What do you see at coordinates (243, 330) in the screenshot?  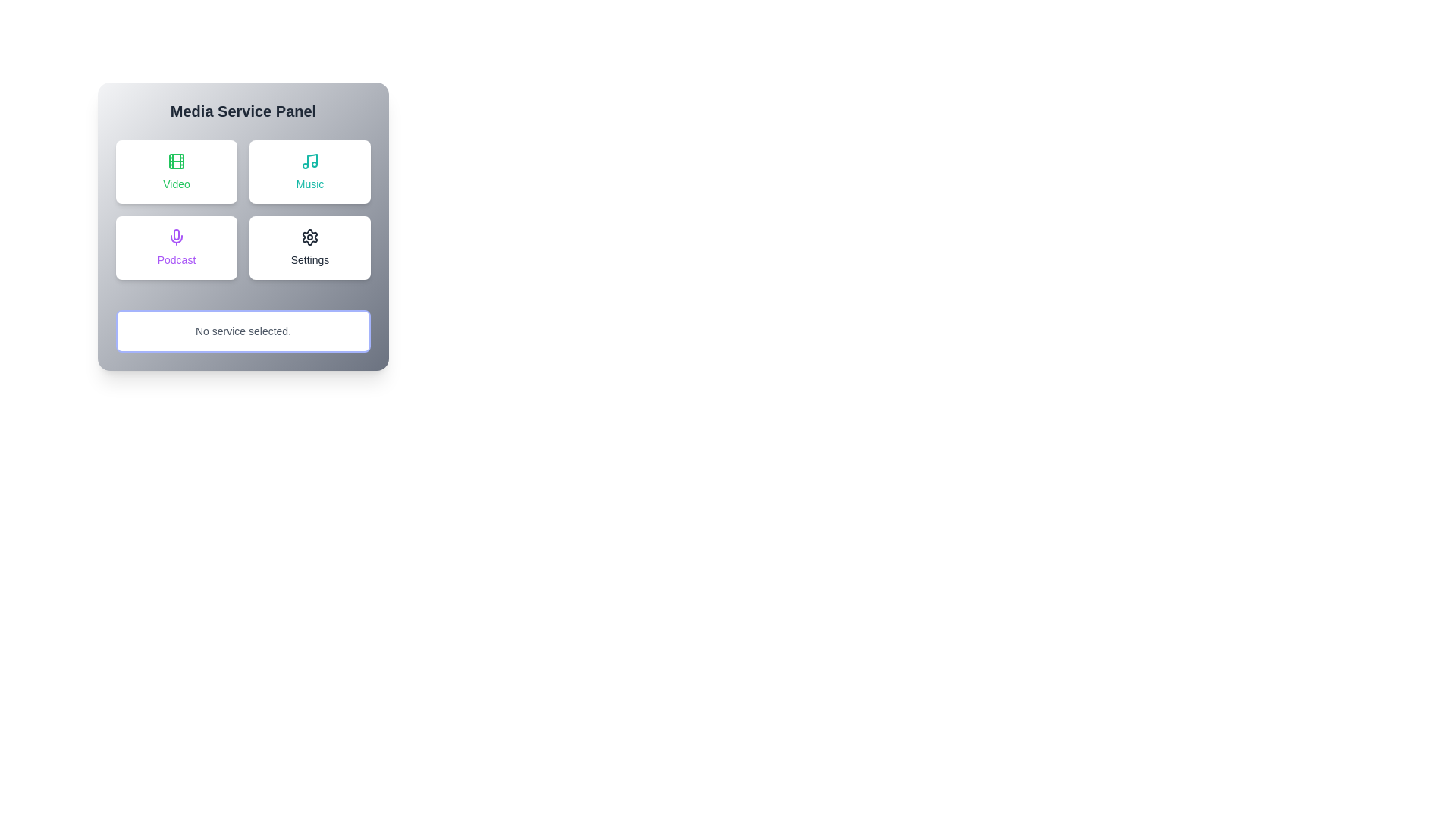 I see `the static text label reading 'No service selected.' located in the center-bottom section of the 'Media Service Panel'` at bounding box center [243, 330].